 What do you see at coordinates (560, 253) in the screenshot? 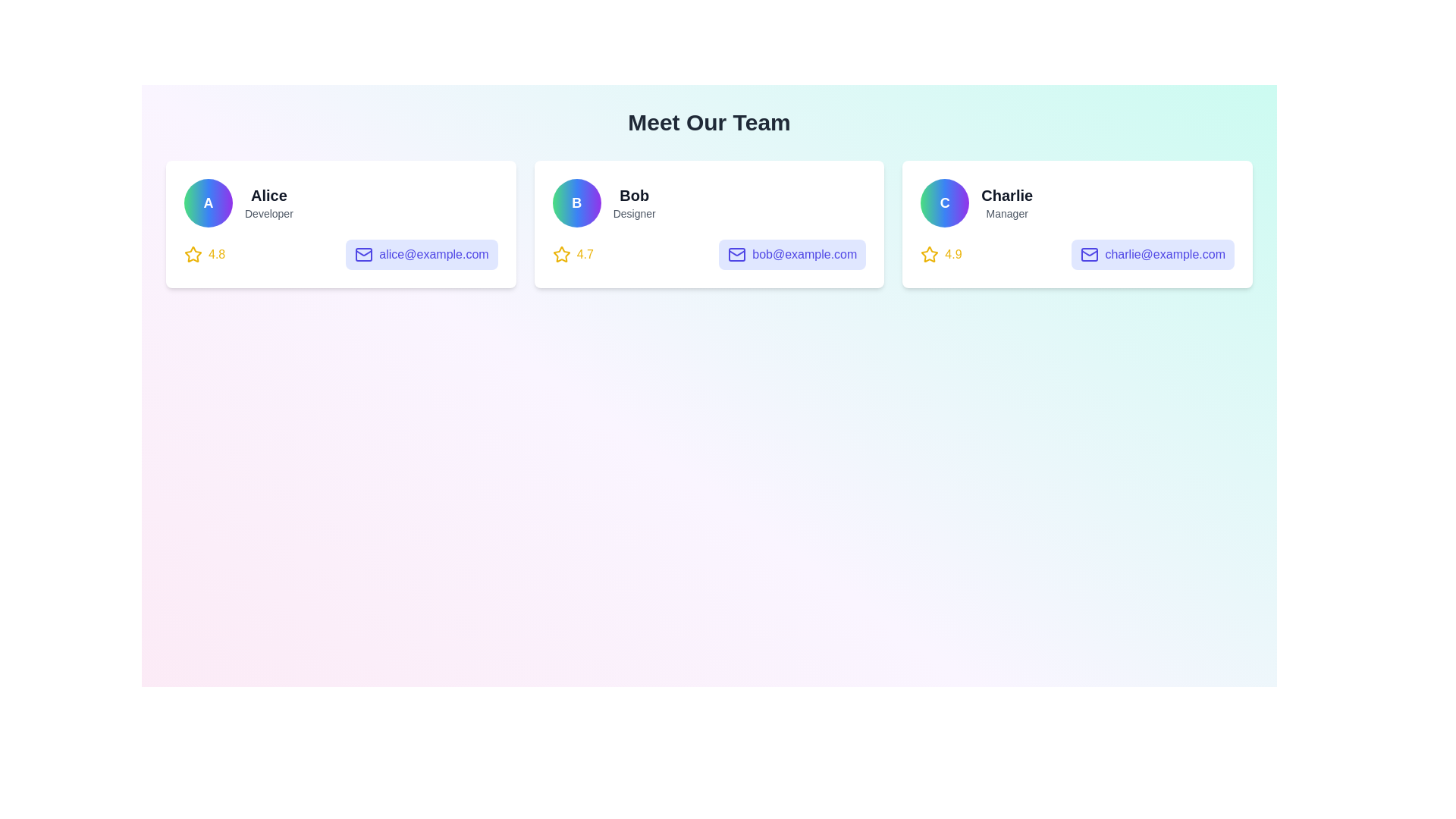
I see `the yellow, hollow, star-shaped decorative icon next to the numerical rating of '4.7' for 'Bob' in the second card from the left` at bounding box center [560, 253].